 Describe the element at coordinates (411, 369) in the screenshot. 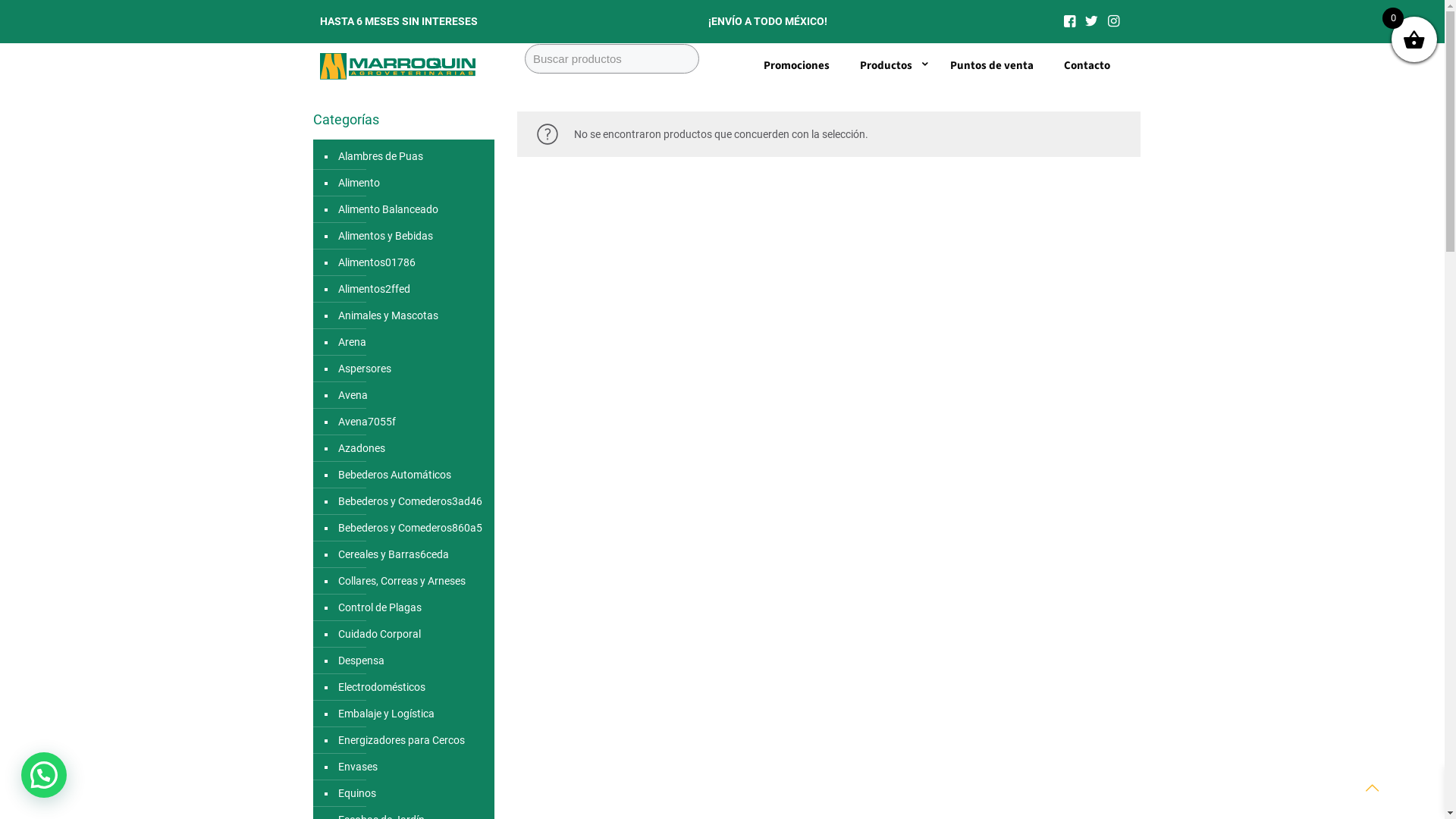

I see `'Aspersores'` at that location.